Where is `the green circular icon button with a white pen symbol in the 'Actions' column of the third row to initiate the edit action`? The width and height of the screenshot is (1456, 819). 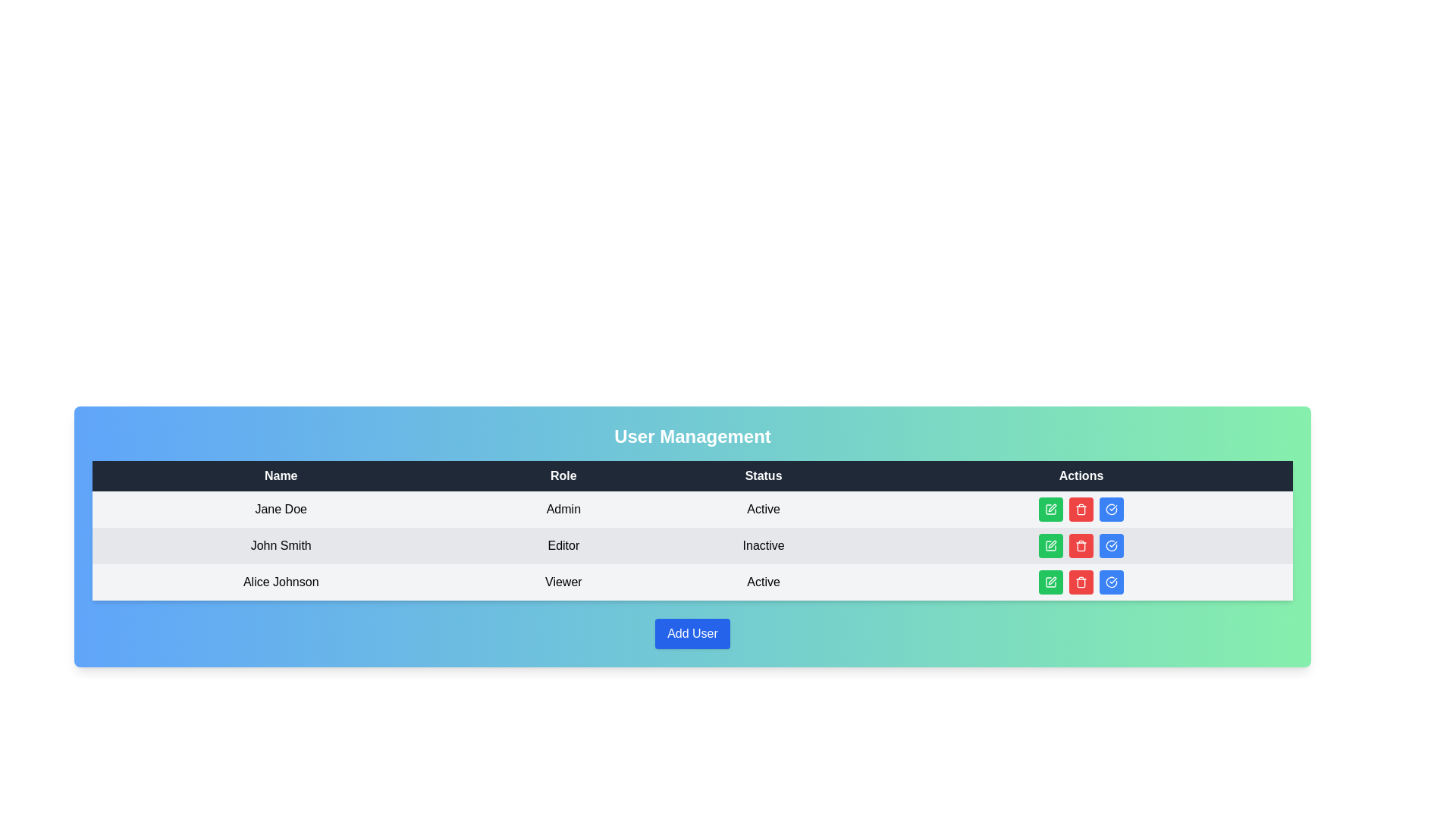
the green circular icon button with a white pen symbol in the 'Actions' column of the third row to initiate the edit action is located at coordinates (1050, 581).